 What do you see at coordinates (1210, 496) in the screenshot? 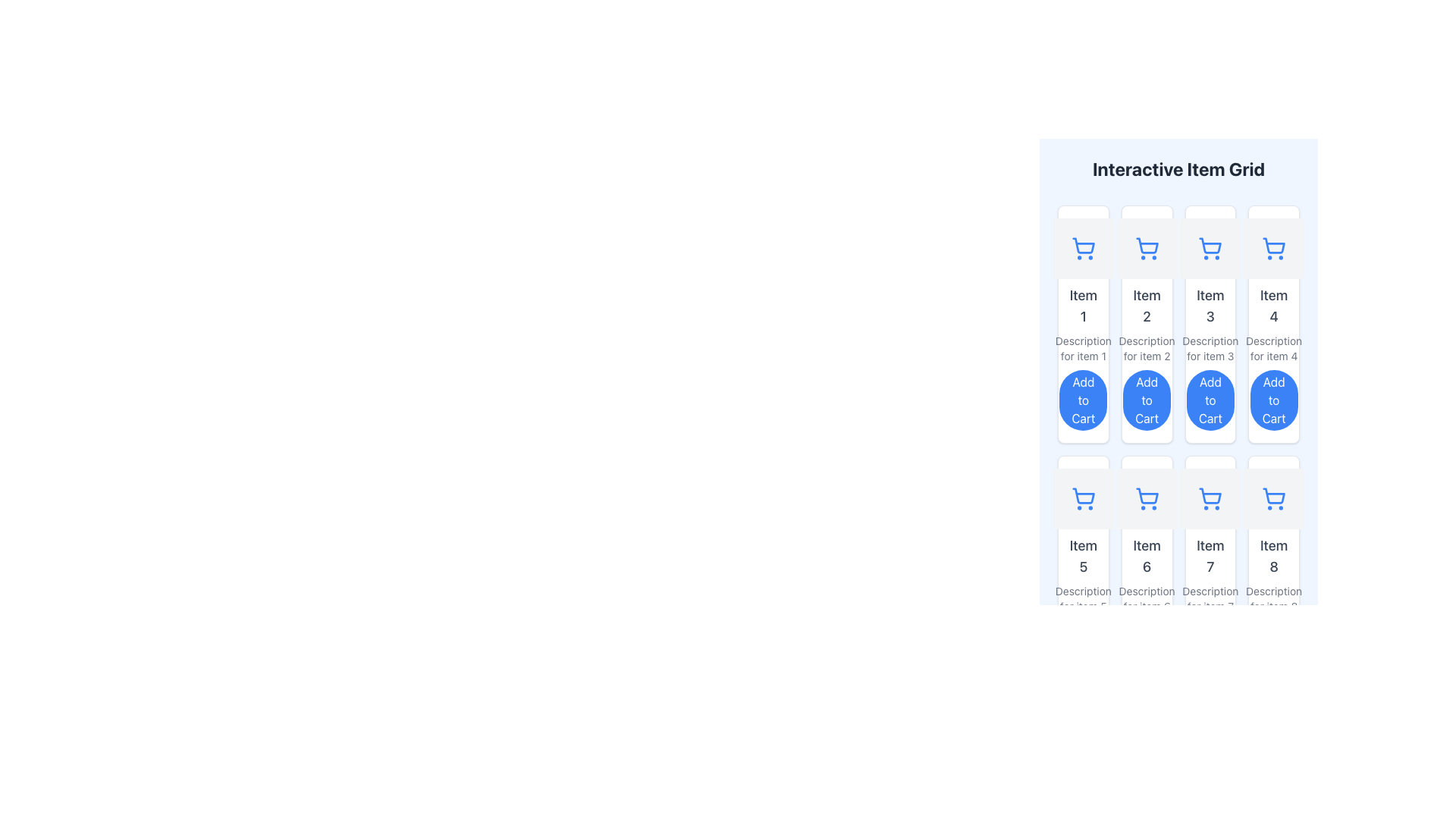
I see `the shopping cart icon located in the second row and third column of the grid, beneath the 'Item 7' label` at bounding box center [1210, 496].